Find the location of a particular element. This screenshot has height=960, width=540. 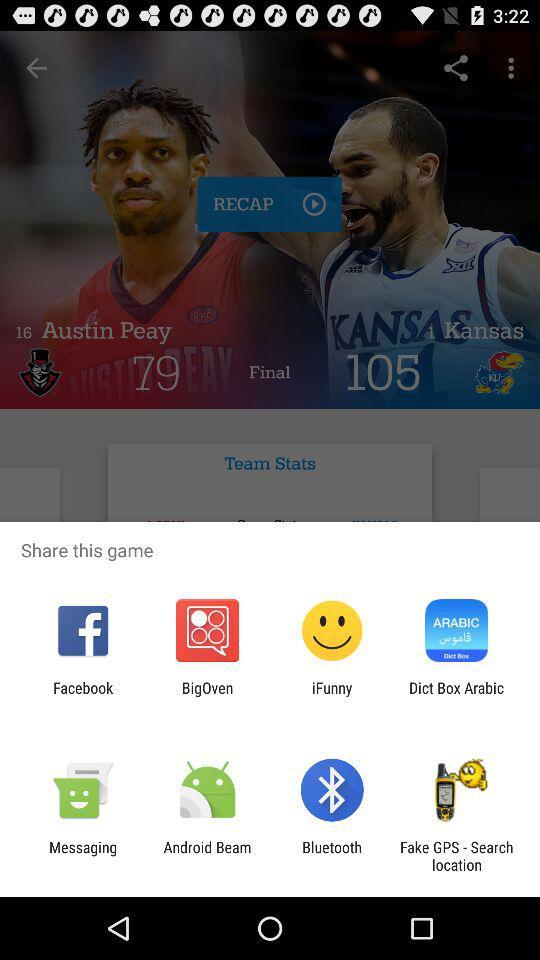

fake gps search app is located at coordinates (456, 855).